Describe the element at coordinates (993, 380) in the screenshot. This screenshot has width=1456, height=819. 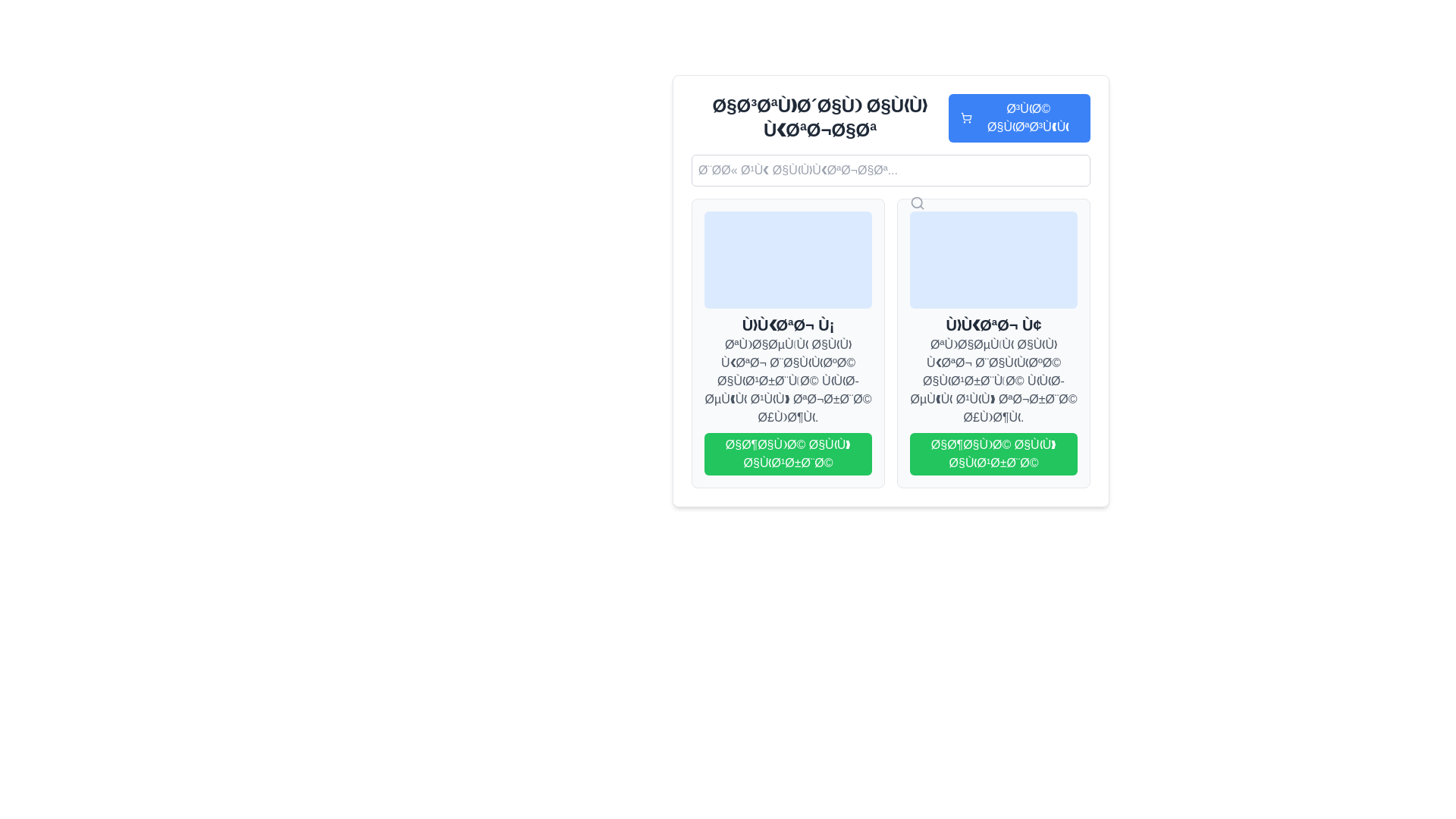
I see `Arabic text displayed in a gray shaded text block below the bold header 'منتج ٢'` at that location.